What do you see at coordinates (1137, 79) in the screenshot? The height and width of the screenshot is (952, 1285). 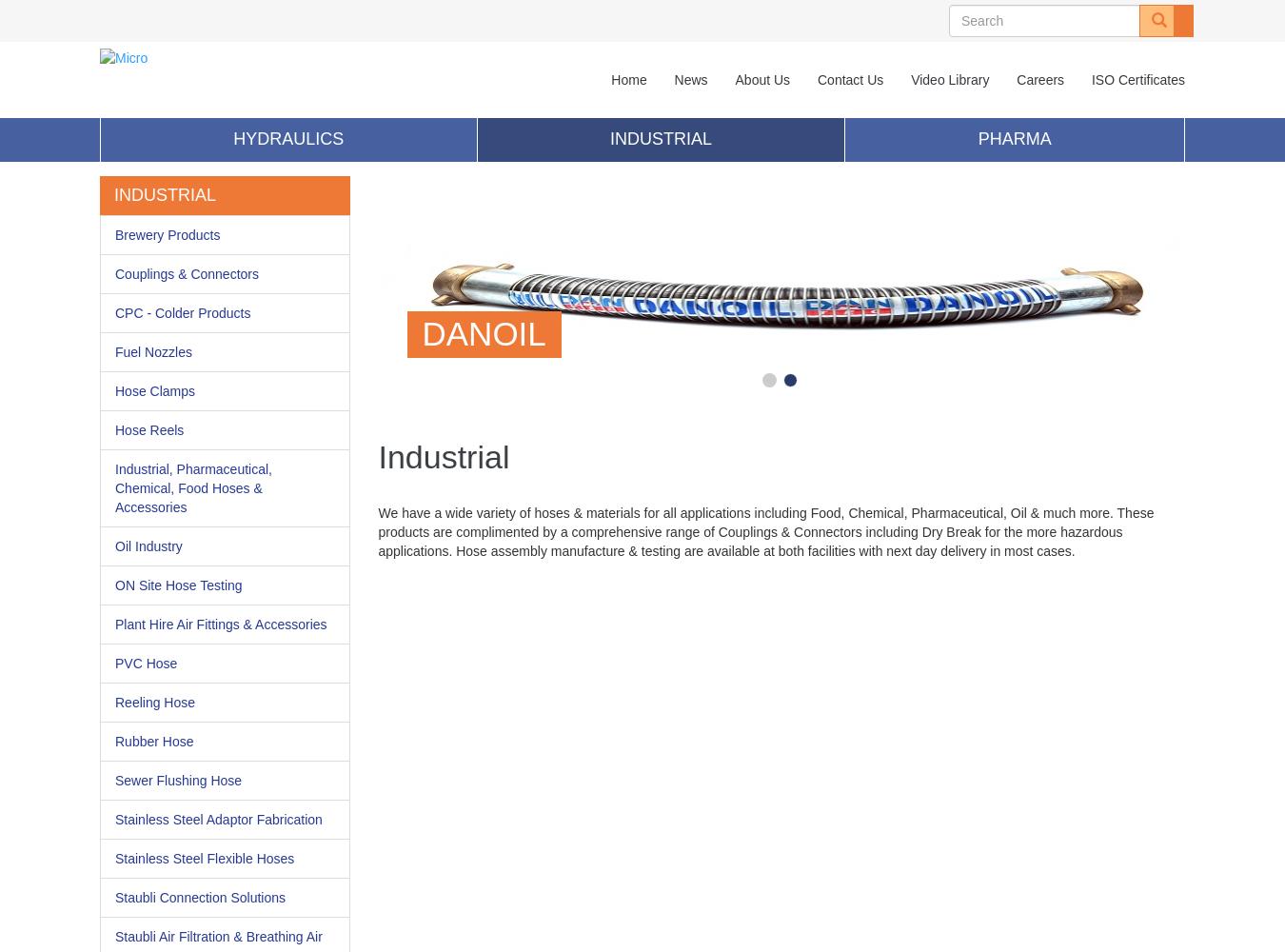 I see `'ISO Certificates'` at bounding box center [1137, 79].